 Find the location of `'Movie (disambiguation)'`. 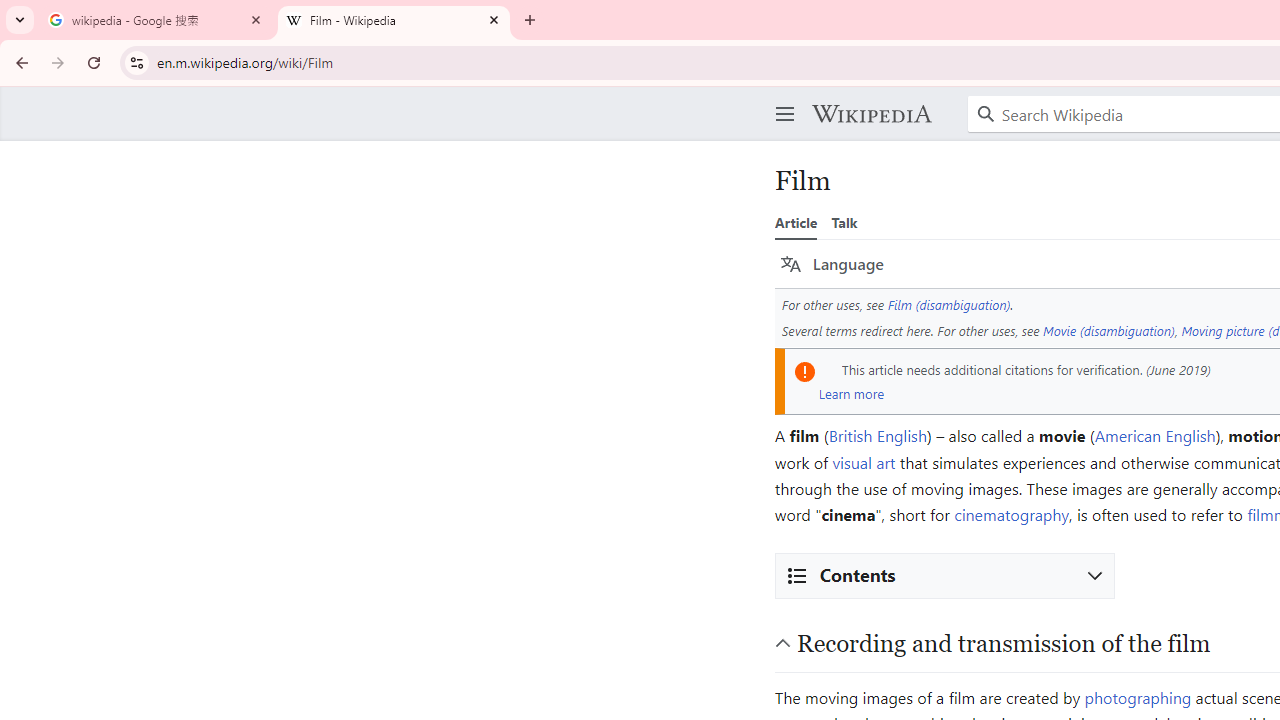

'Movie (disambiguation)' is located at coordinates (1108, 329).